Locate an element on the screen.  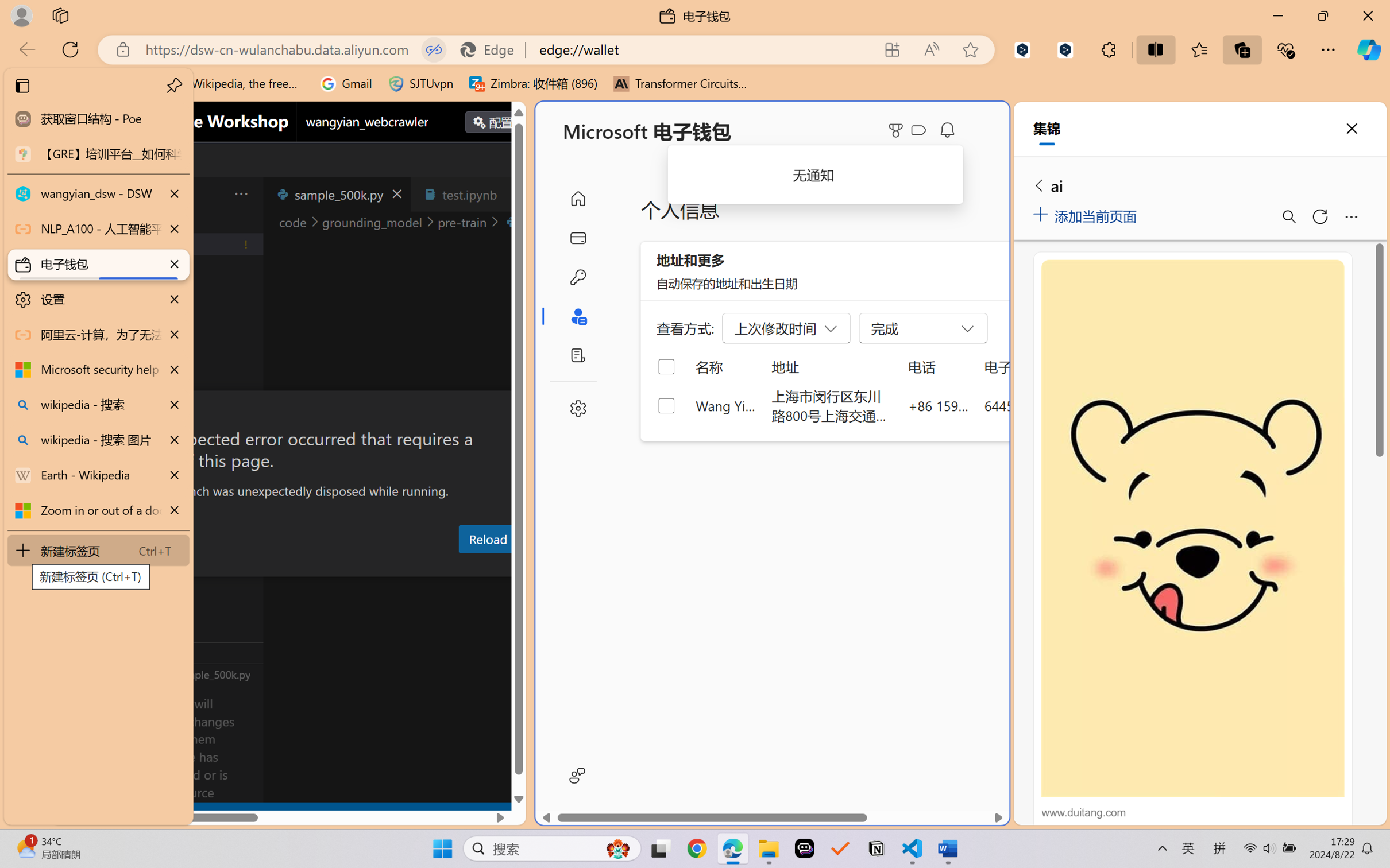
'Terminal (Ctrl+`)' is located at coordinates (554, 566).